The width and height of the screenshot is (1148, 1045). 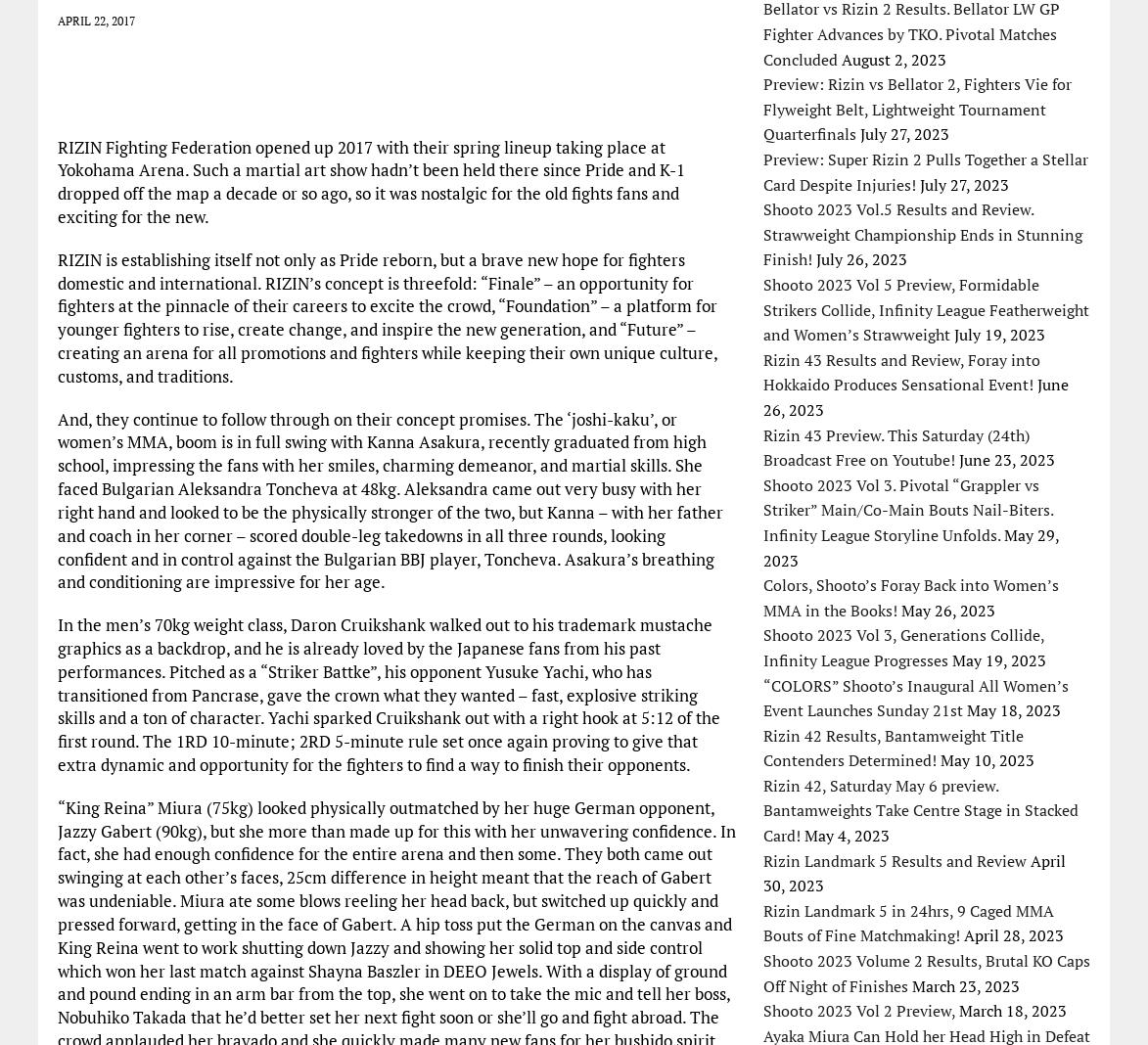 I want to click on 'Shooto 2023 Vol 5 Preview, Formidable Strikers Collide, Infinity League Featherweight and Women’s Strawweight', so click(x=926, y=308).